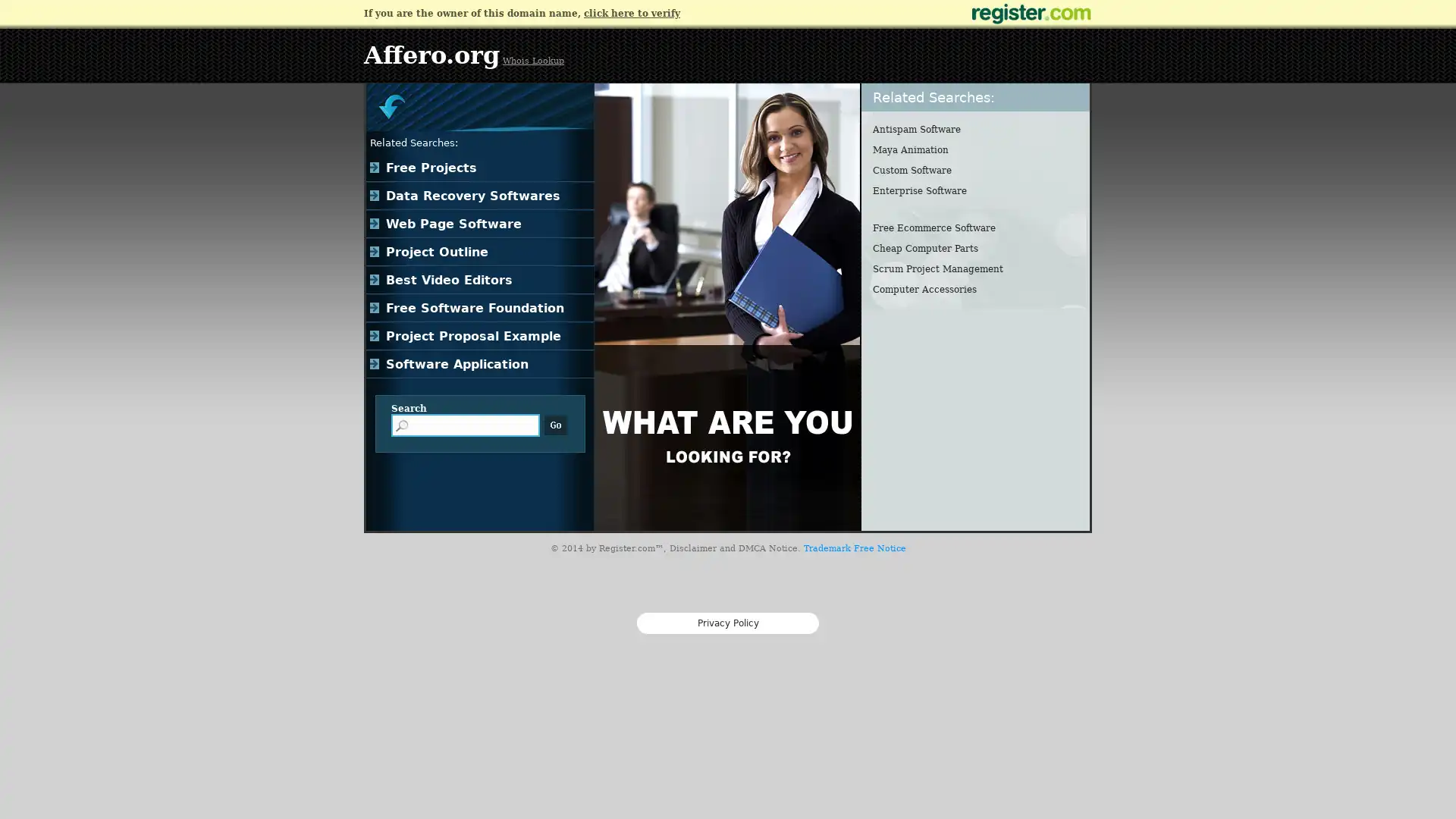 The height and width of the screenshot is (819, 1456). What do you see at coordinates (555, 425) in the screenshot?
I see `Go` at bounding box center [555, 425].